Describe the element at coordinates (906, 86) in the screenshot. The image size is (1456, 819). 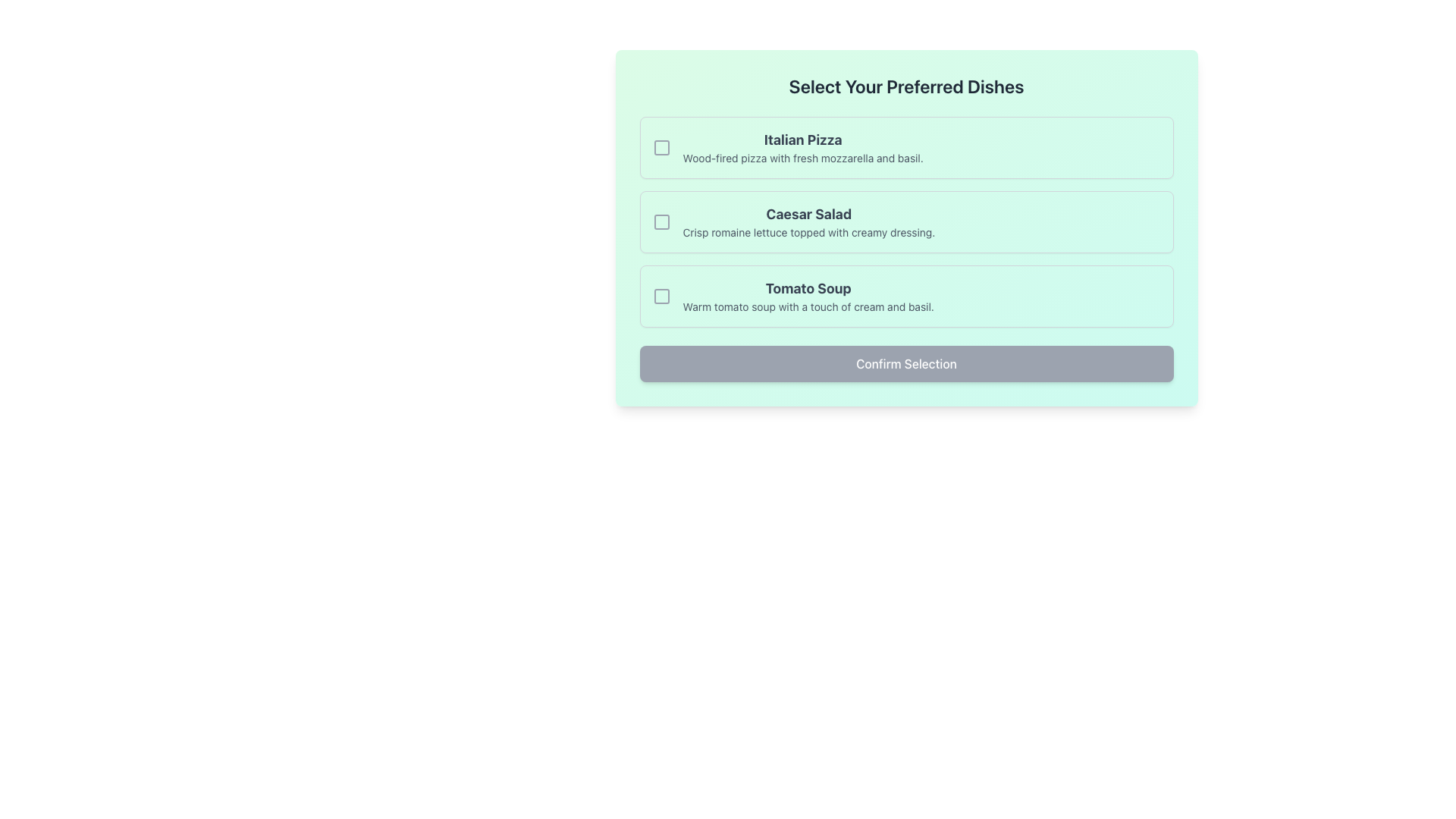
I see `the heading text that introduces the options below for user selection, which is positioned above a list of selectable food items` at that location.